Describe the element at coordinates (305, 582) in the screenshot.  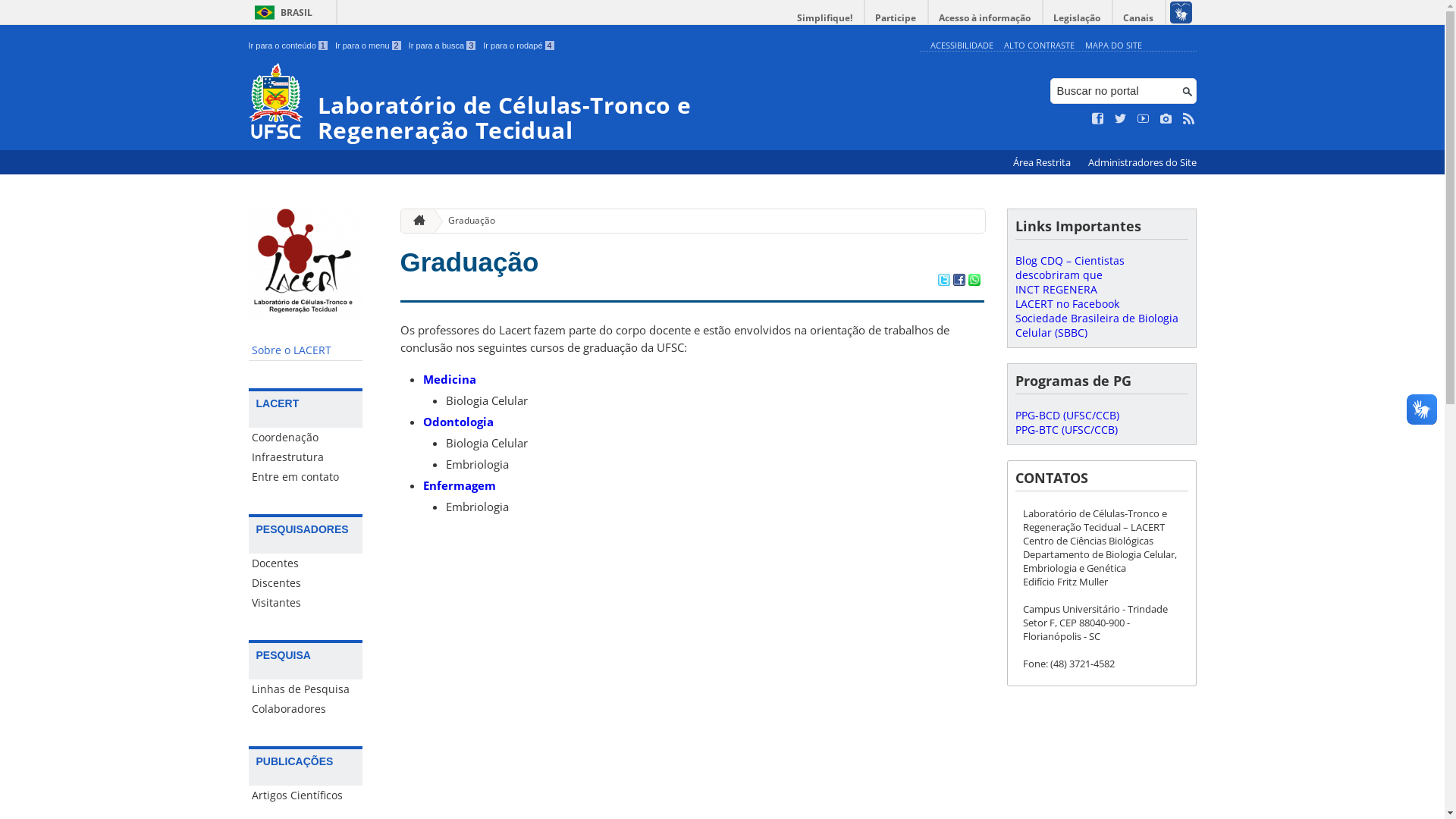
I see `'Discentes'` at that location.